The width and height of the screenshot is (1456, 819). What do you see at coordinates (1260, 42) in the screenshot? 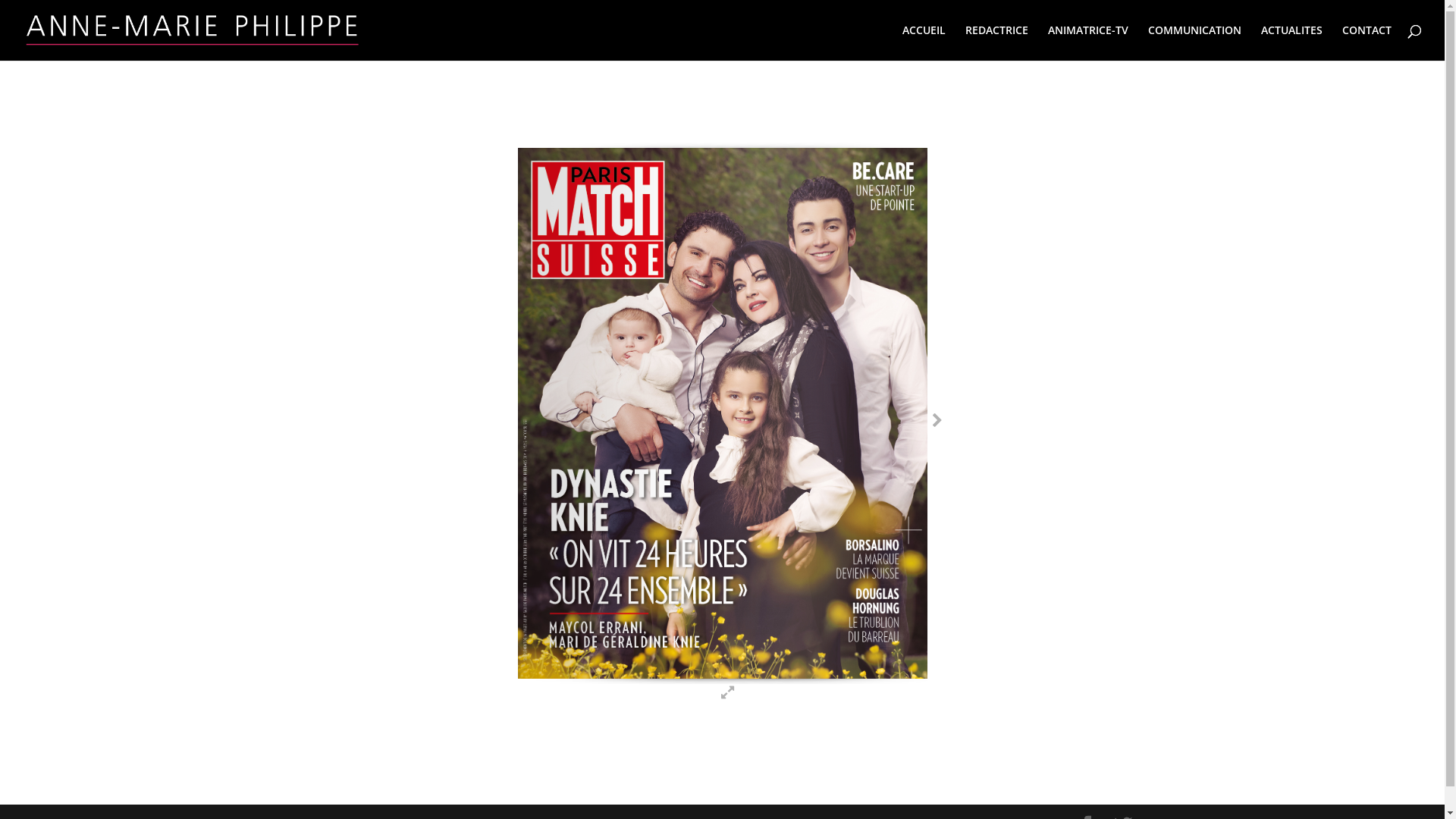
I see `'ACTUALITES'` at bounding box center [1260, 42].